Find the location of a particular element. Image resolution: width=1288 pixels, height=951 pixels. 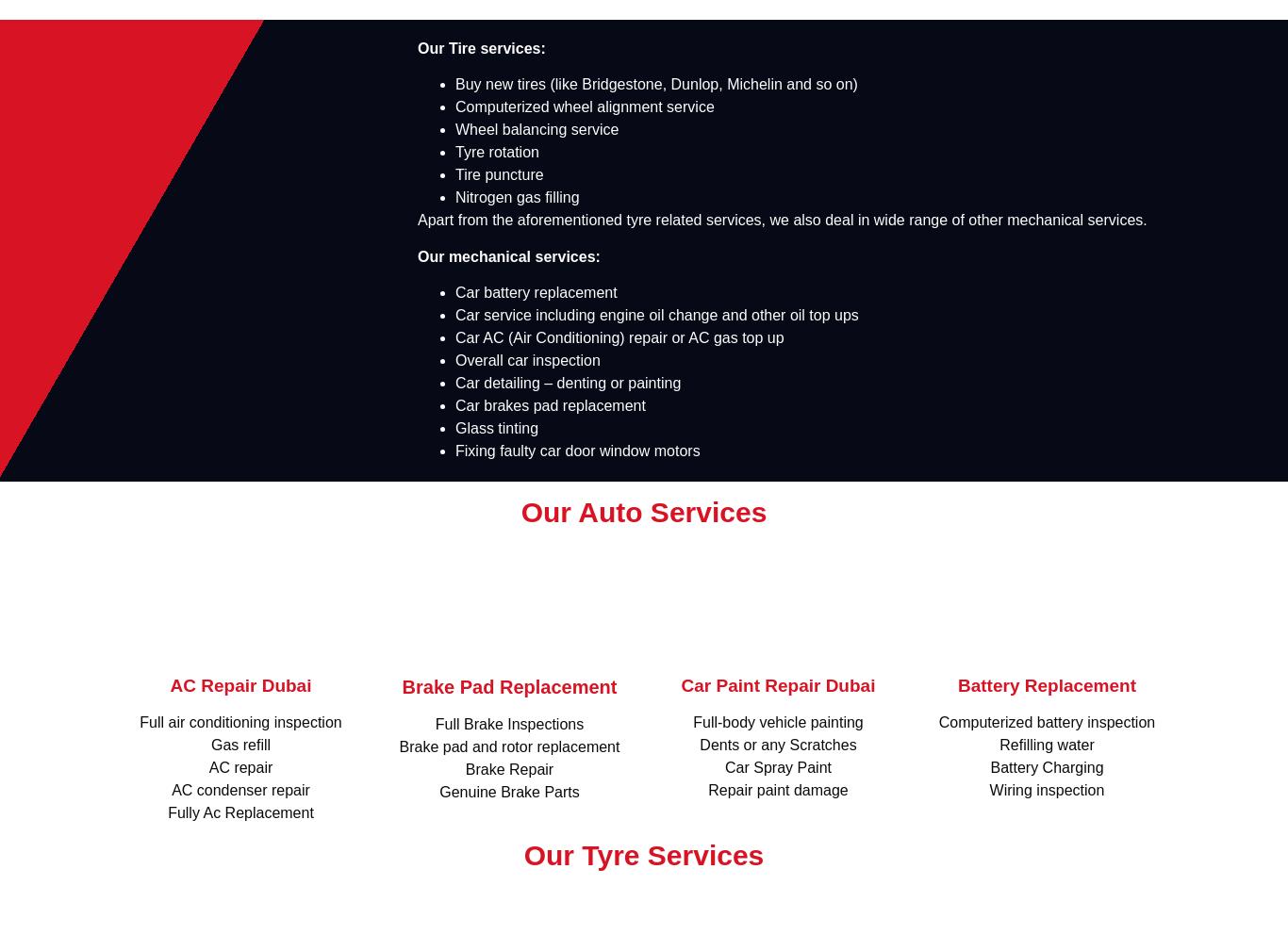

'Refilling water' is located at coordinates (1046, 745).